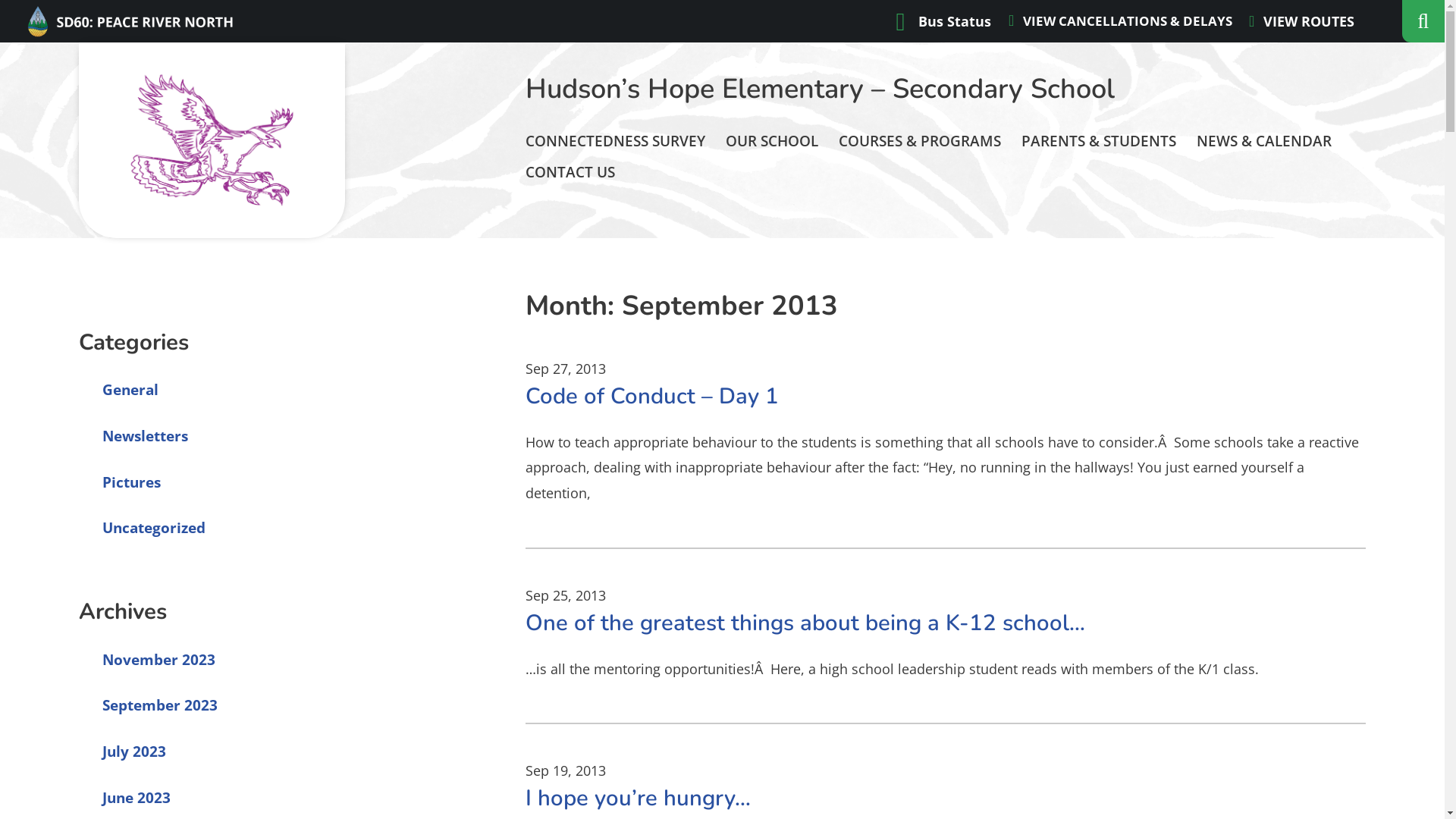  What do you see at coordinates (78, 435) in the screenshot?
I see `'Newsletters'` at bounding box center [78, 435].